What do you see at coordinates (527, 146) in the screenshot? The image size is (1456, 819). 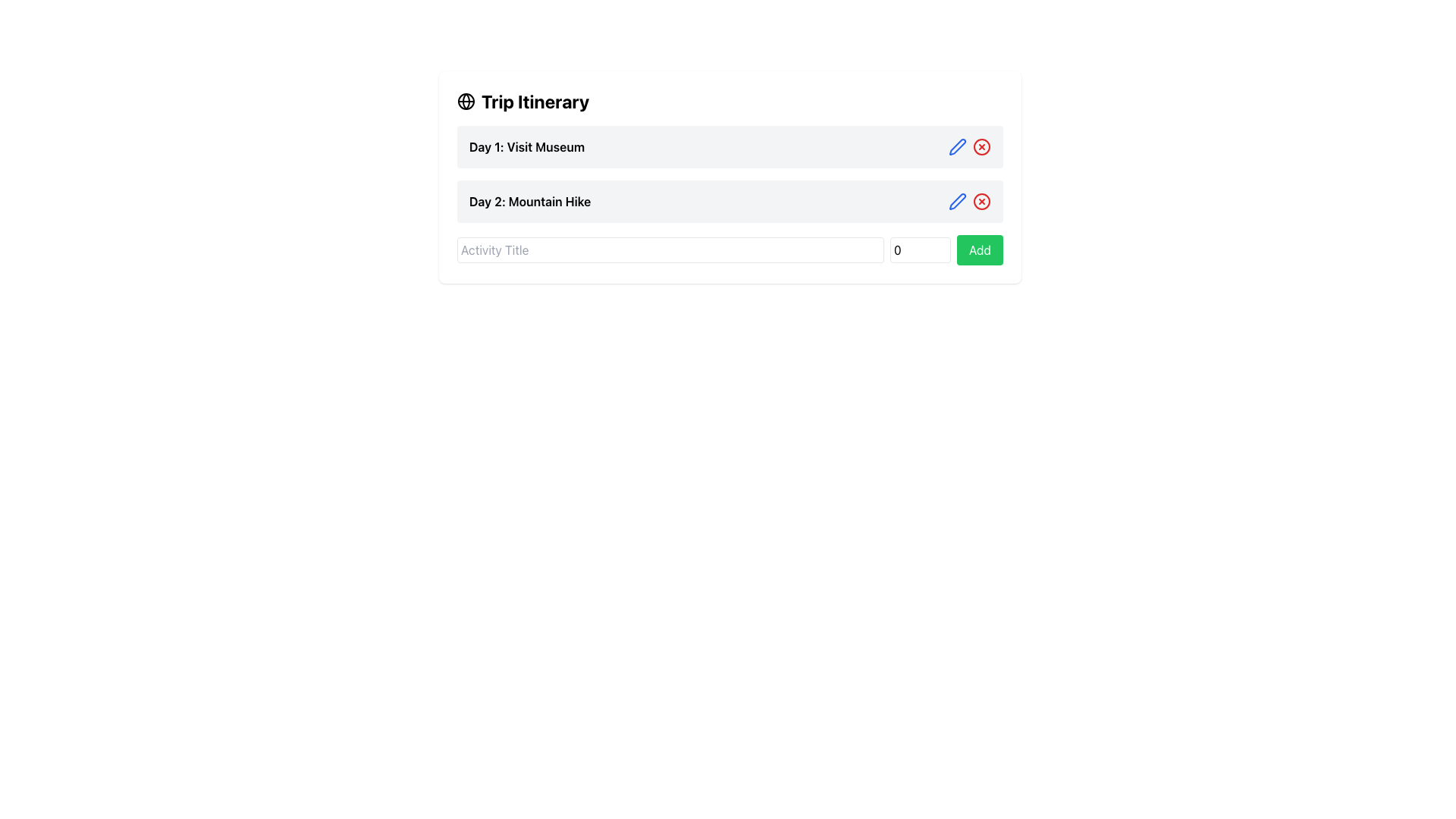 I see `the Text Label that provides information about the first day of the trip itinerary, located below the title 'Trip Itinerary'` at bounding box center [527, 146].